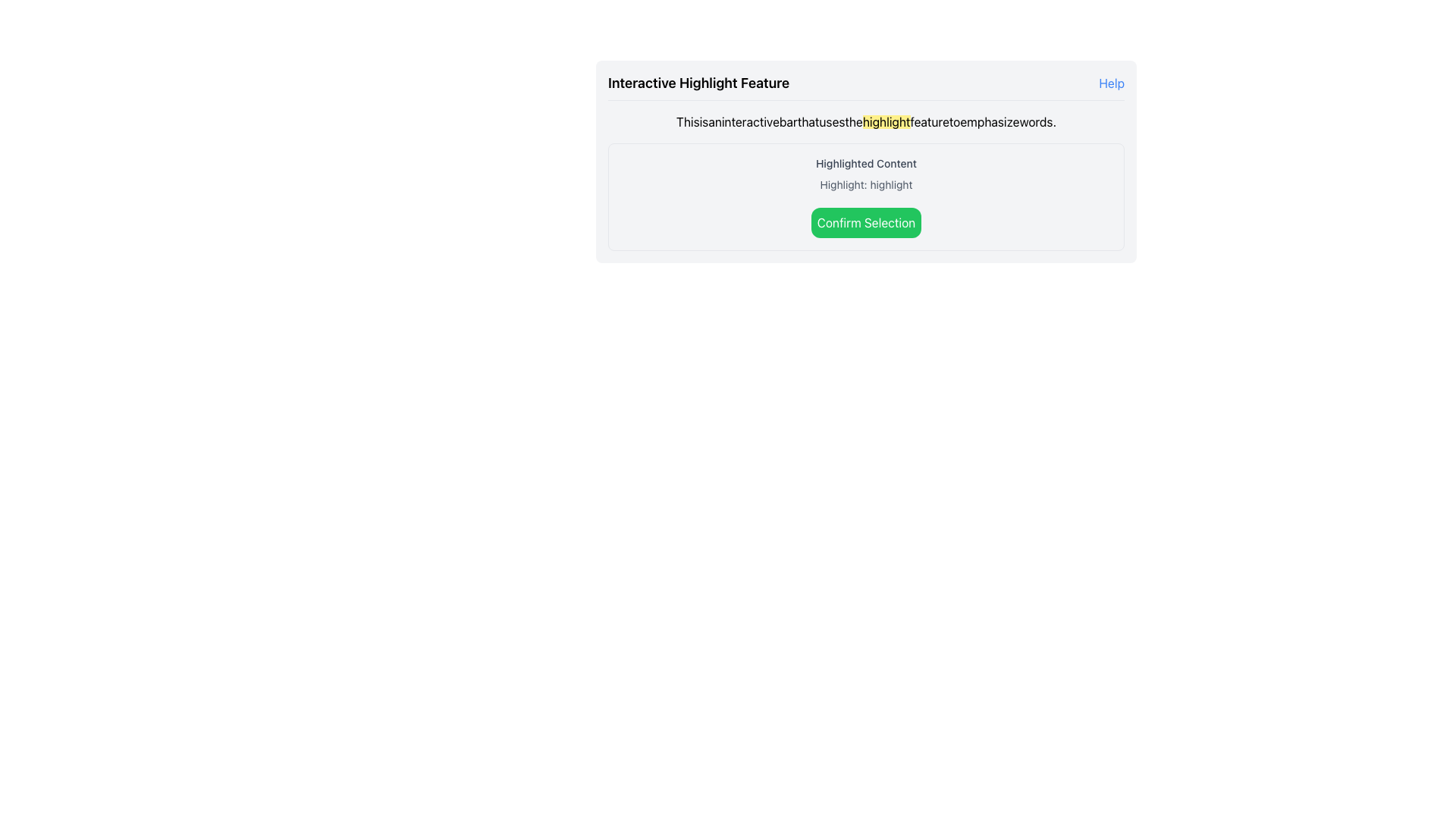 This screenshot has height=819, width=1456. Describe the element at coordinates (703, 121) in the screenshot. I see `on the second word in the sentence, which is located between 'This' and 'an'` at that location.